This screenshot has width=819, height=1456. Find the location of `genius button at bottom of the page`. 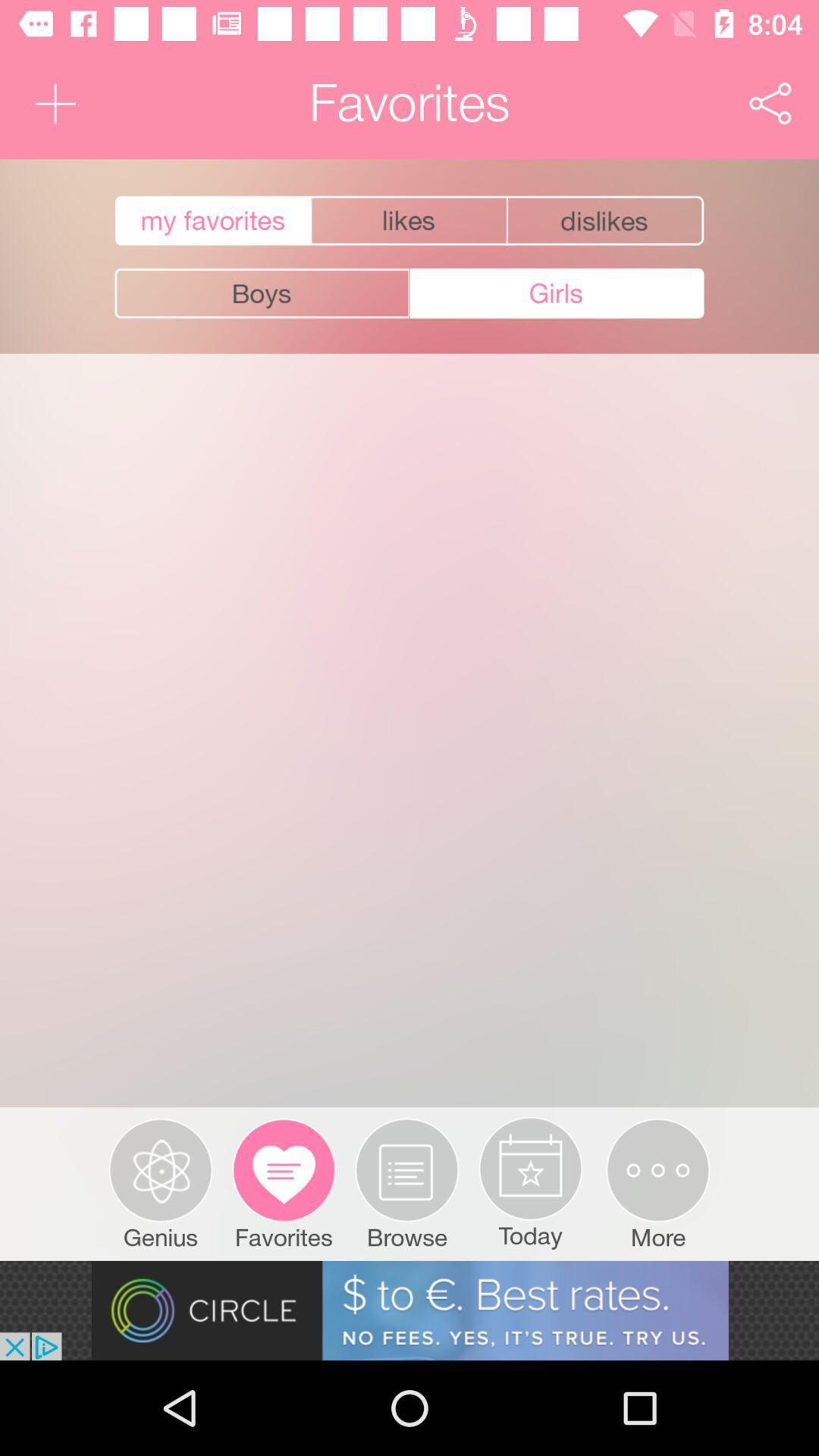

genius button at bottom of the page is located at coordinates (161, 1183).